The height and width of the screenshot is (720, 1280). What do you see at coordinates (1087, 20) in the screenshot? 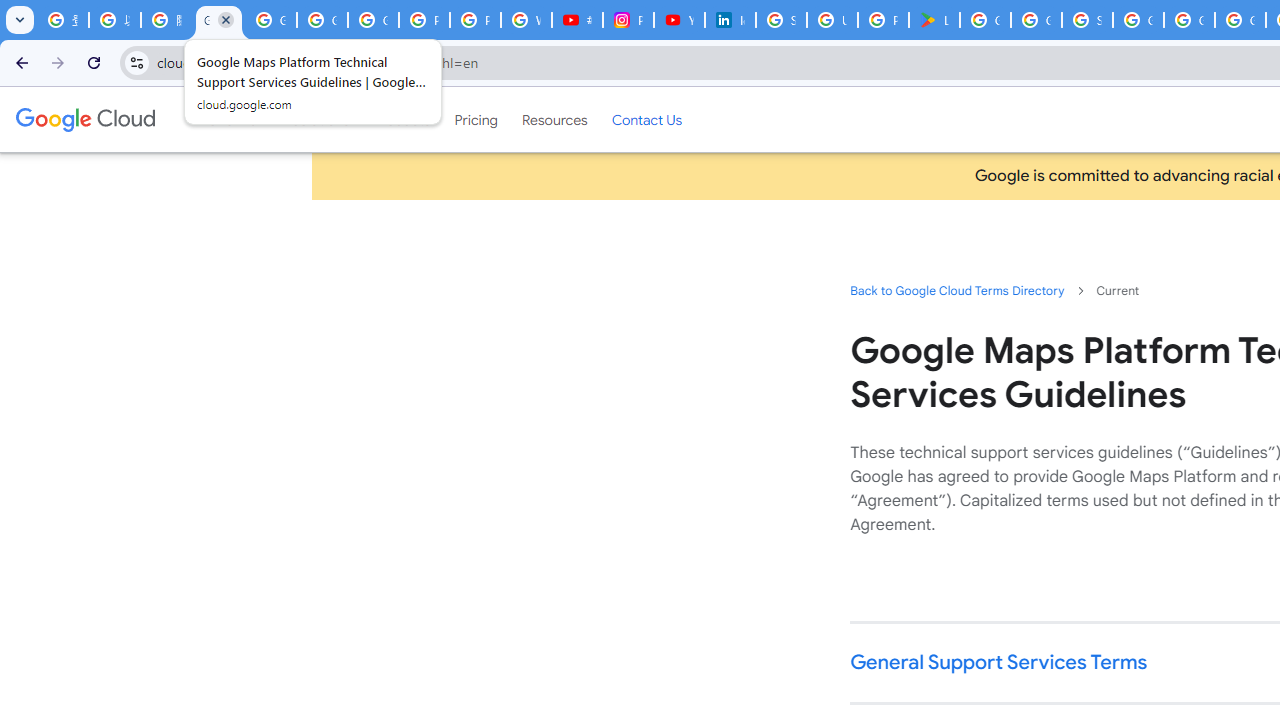
I see `'Sign in - Google Accounts'` at bounding box center [1087, 20].